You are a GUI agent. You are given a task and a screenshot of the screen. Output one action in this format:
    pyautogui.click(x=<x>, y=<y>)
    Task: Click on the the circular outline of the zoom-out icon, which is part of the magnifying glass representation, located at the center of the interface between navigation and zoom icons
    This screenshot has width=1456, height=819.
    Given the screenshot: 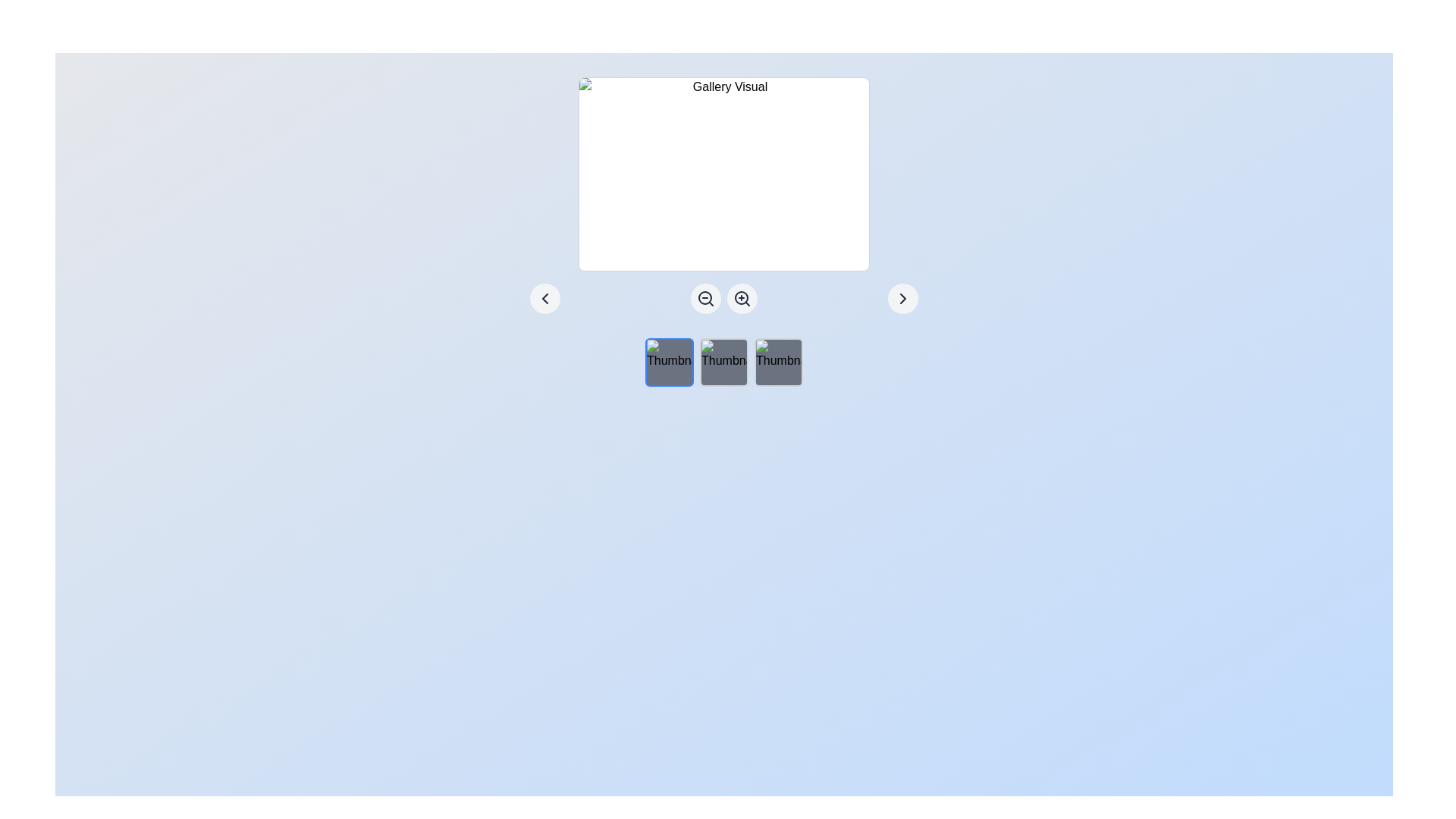 What is the action you would take?
    pyautogui.click(x=704, y=298)
    